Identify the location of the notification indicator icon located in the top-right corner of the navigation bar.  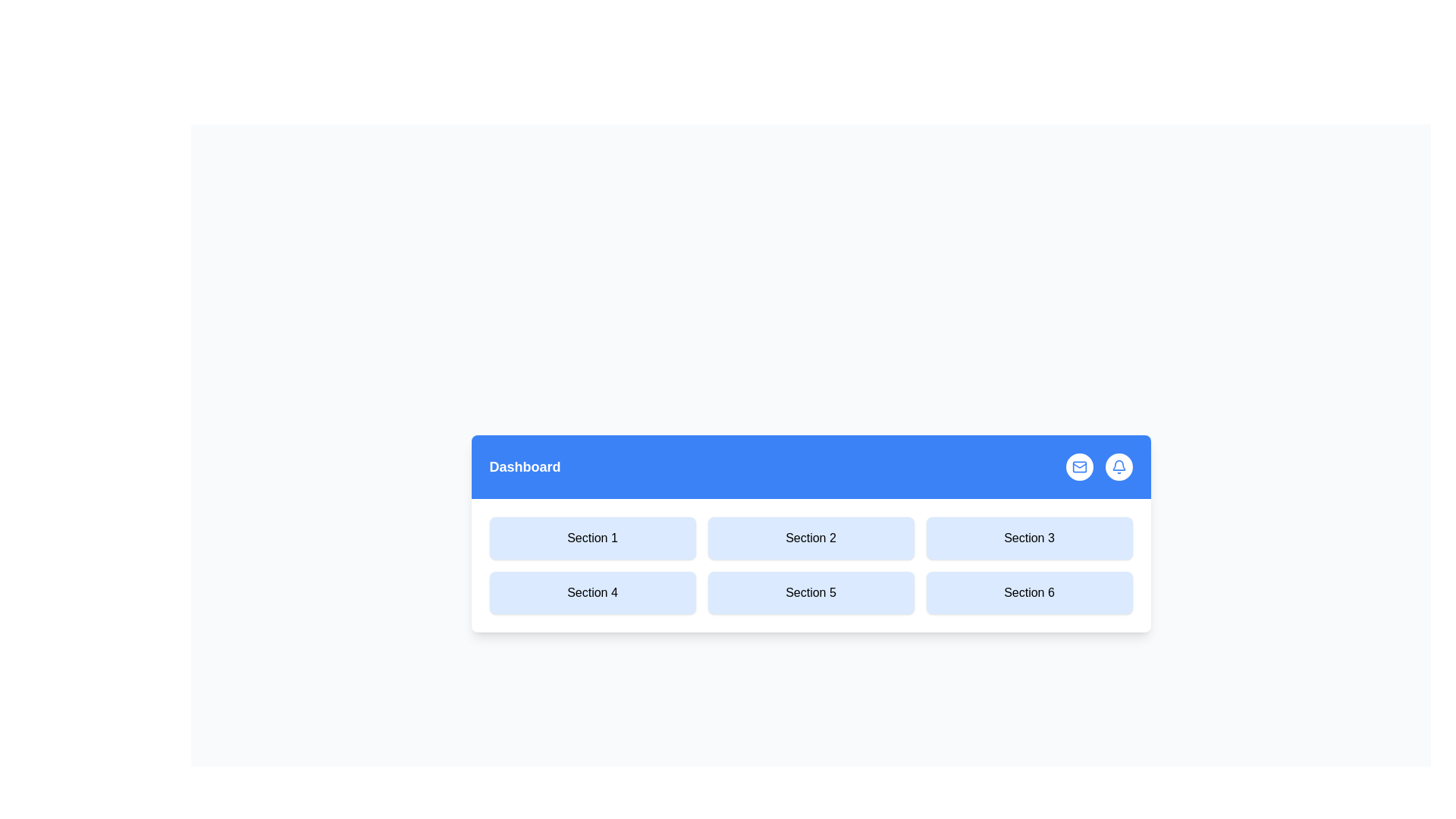
(1119, 466).